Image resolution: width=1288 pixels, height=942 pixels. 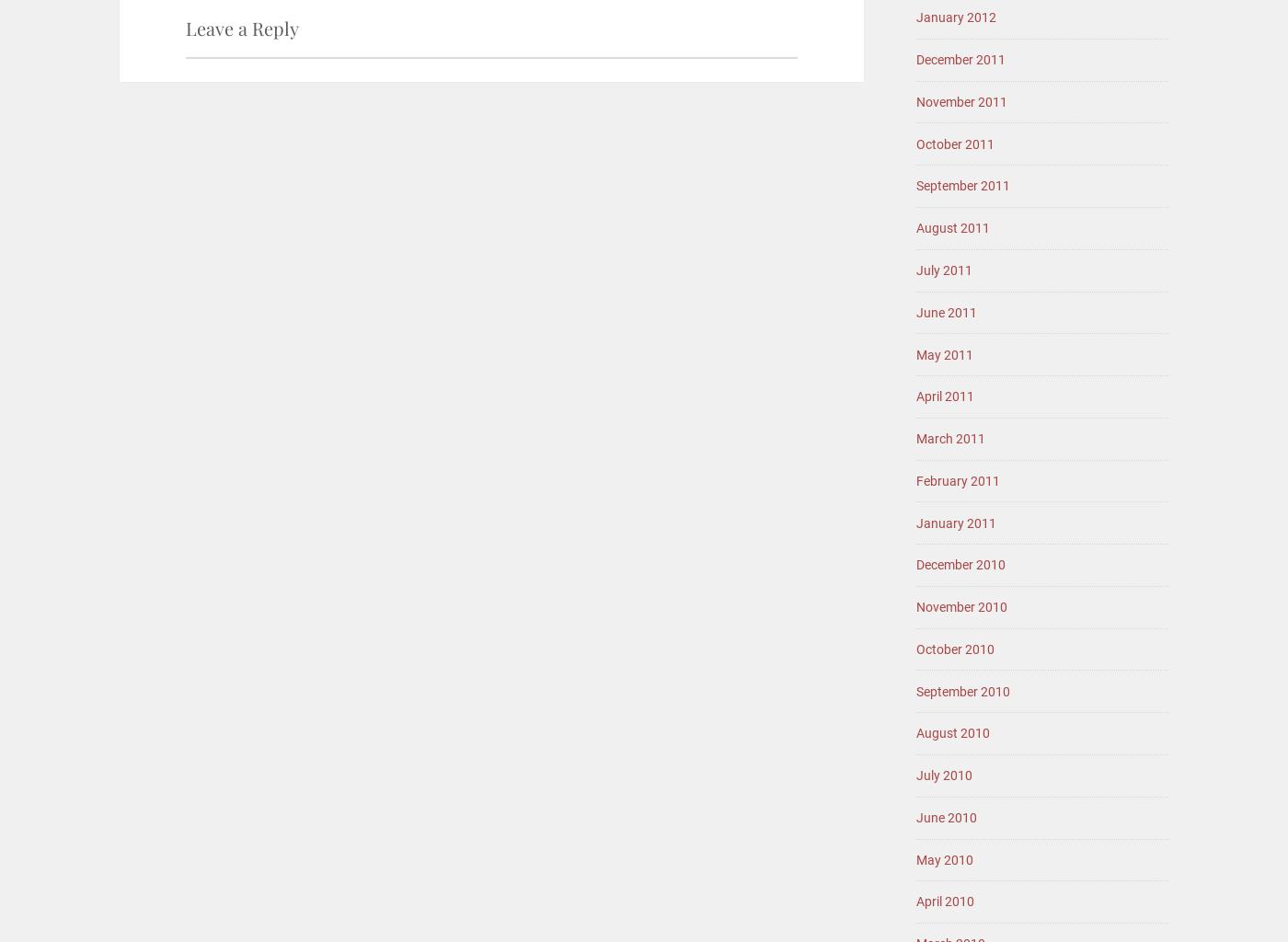 I want to click on 'April 2010', so click(x=945, y=901).